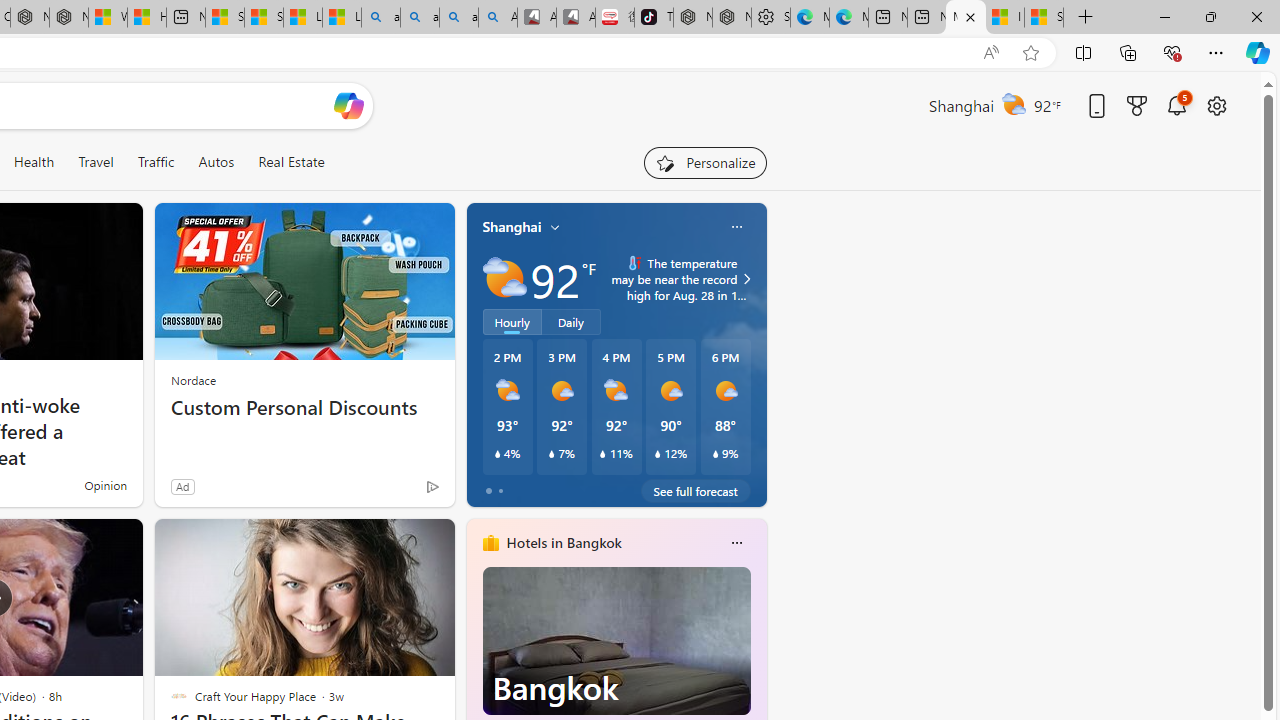 This screenshot has height=720, width=1280. Describe the element at coordinates (654, 17) in the screenshot. I see `'TikTok'` at that location.